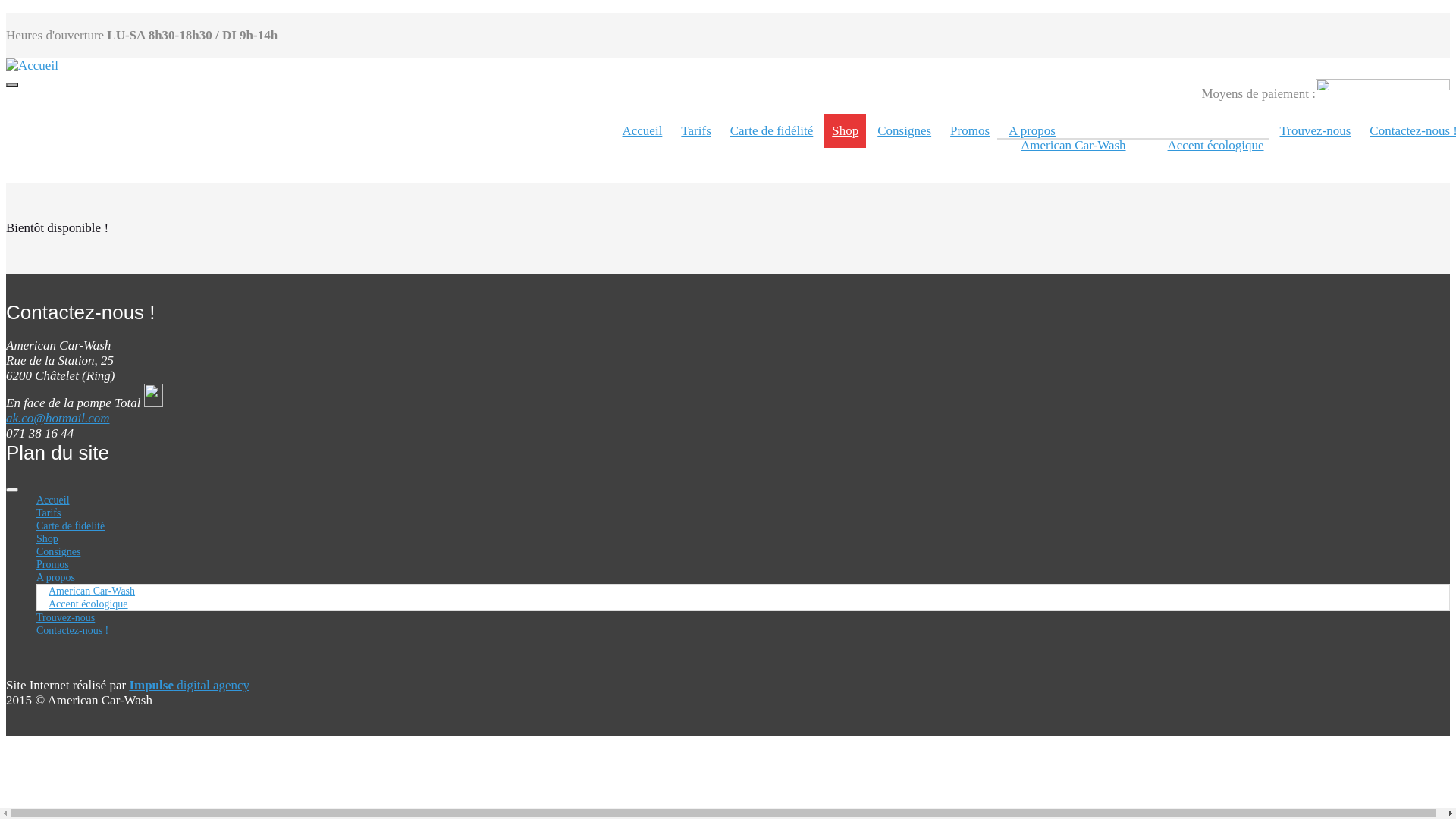  Describe the element at coordinates (1012, 145) in the screenshot. I see `'American Car-Wash'` at that location.